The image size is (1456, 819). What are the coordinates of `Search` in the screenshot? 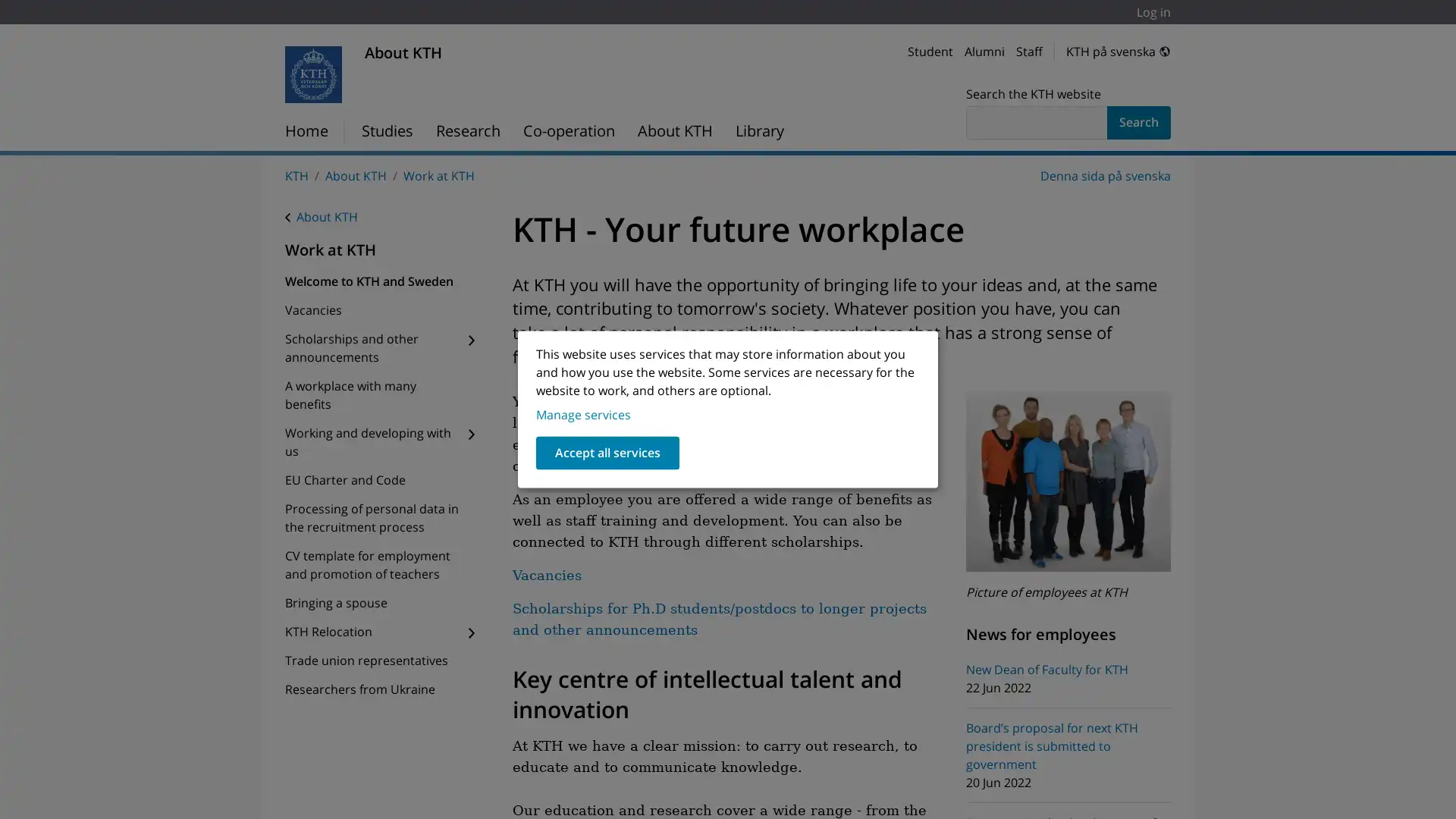 It's located at (1139, 122).